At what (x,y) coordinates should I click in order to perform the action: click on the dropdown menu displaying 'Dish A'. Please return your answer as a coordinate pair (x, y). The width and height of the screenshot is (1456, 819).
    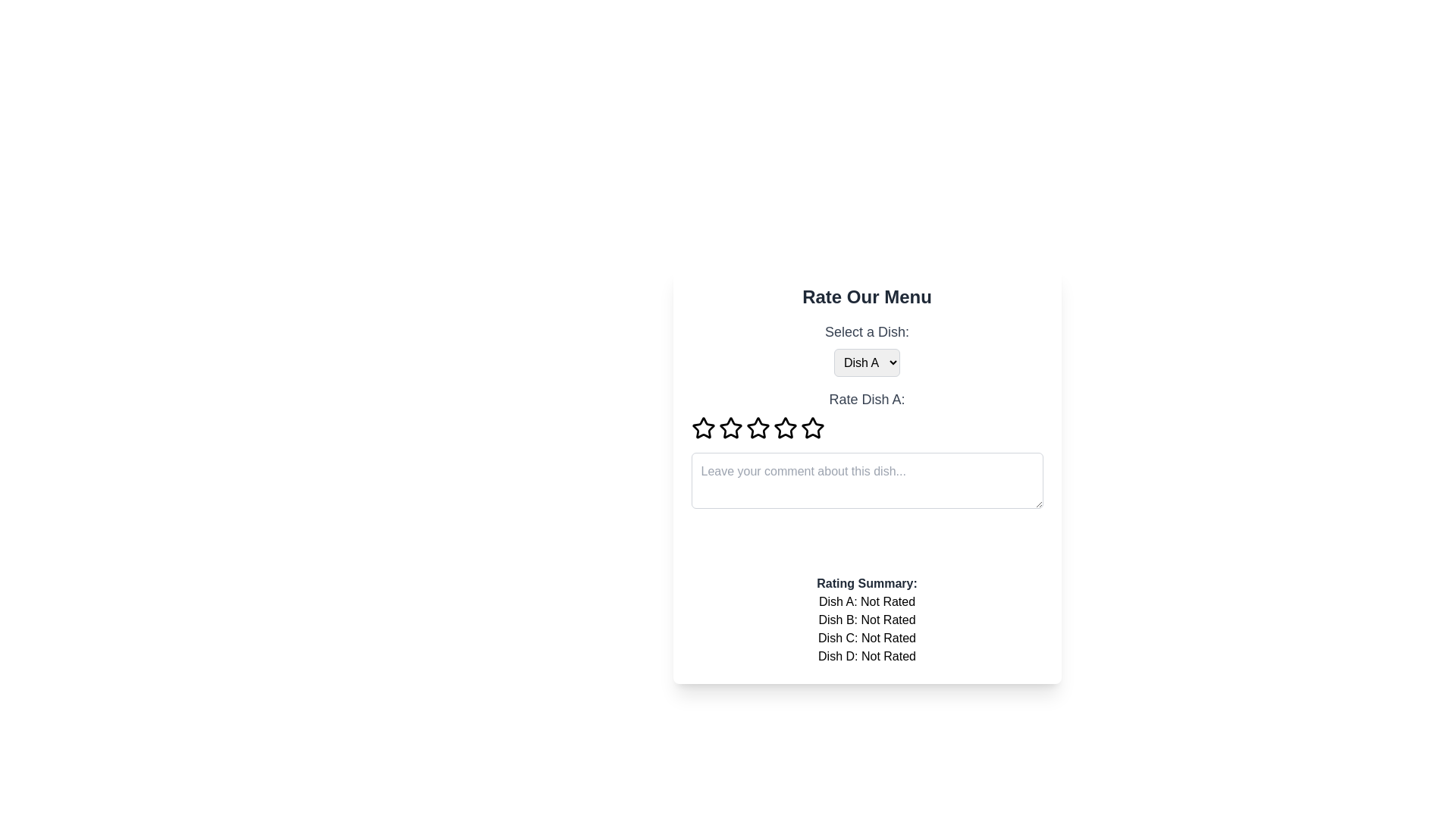
    Looking at the image, I should click on (867, 362).